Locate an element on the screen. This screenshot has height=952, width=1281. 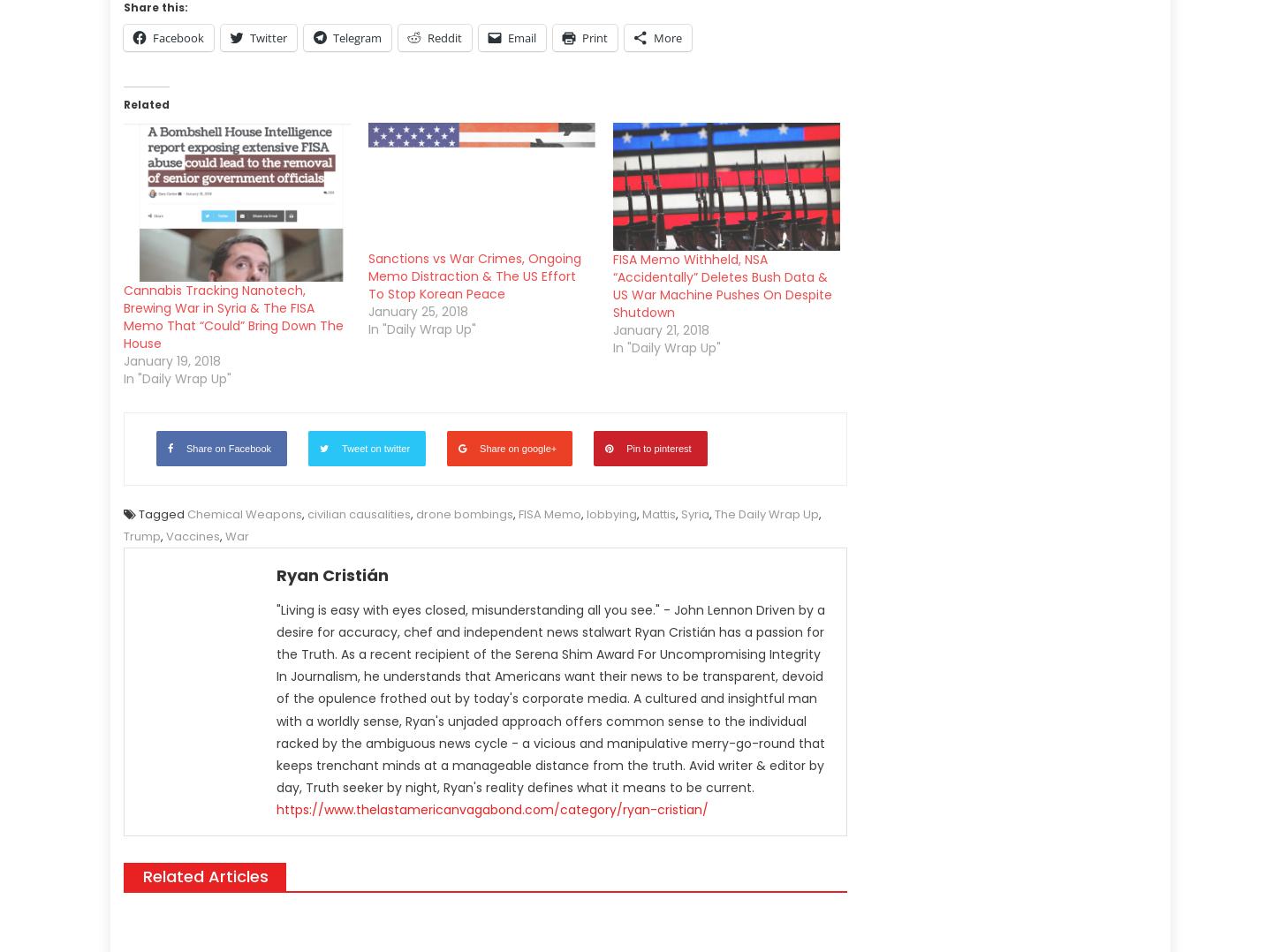
'More' is located at coordinates (668, 38).